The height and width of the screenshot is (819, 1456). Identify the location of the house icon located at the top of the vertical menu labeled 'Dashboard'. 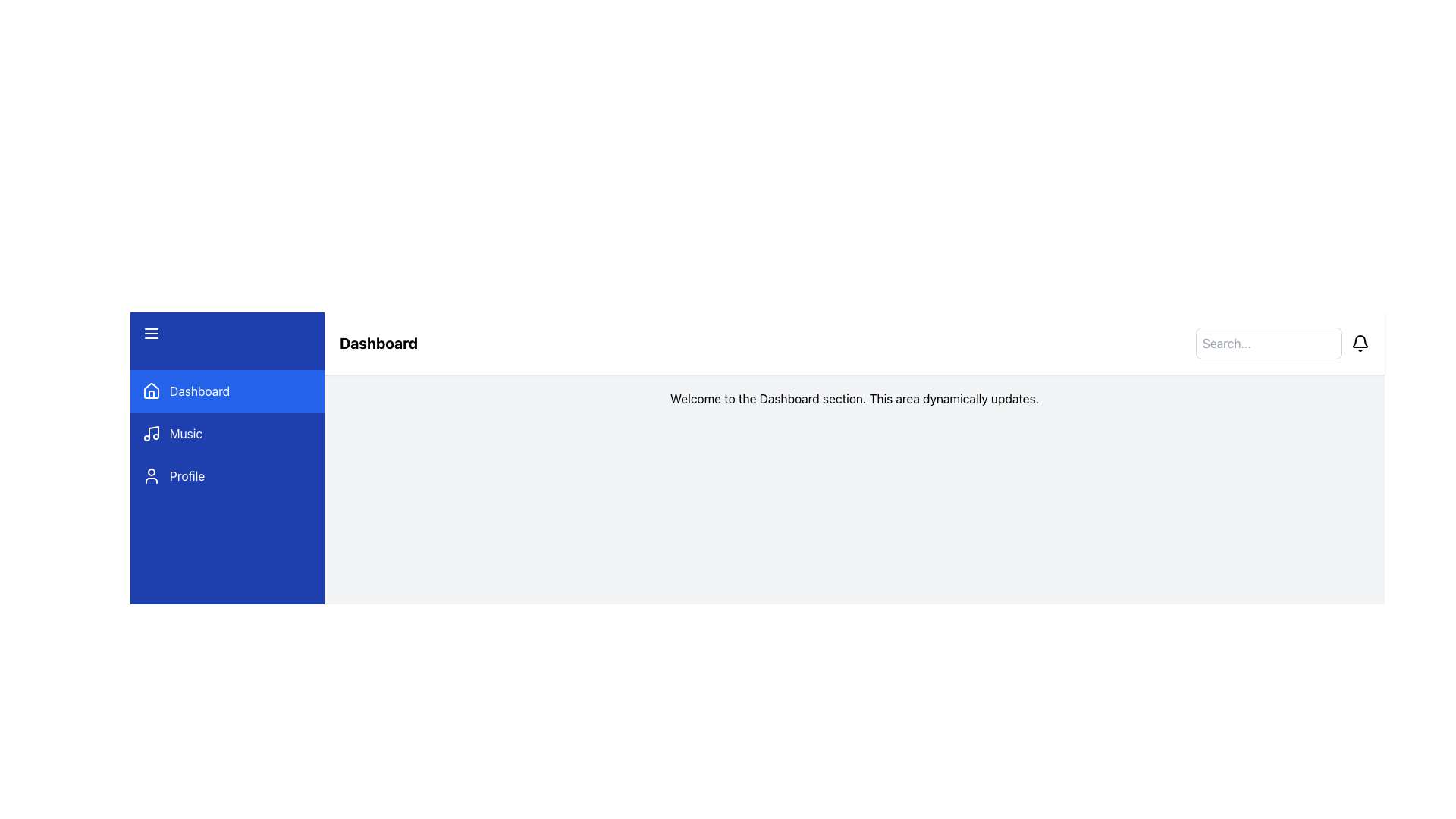
(152, 394).